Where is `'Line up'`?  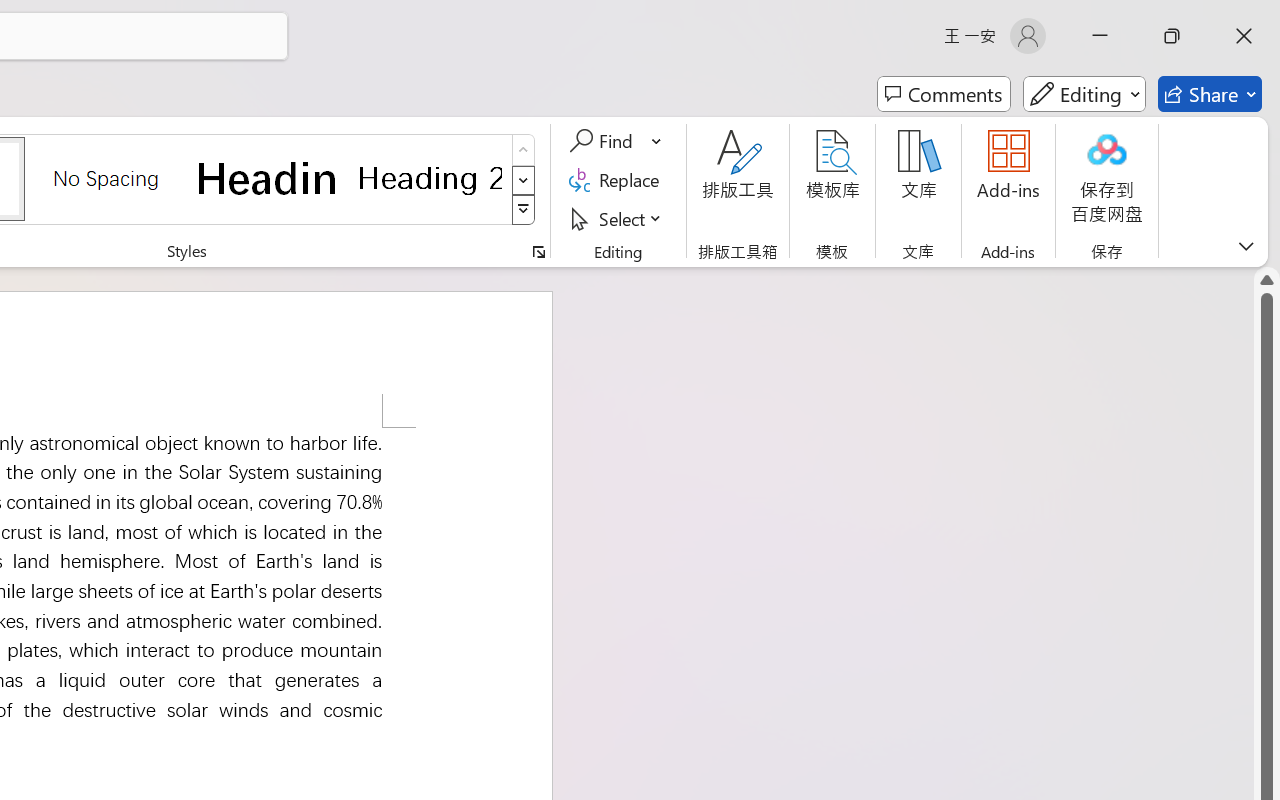 'Line up' is located at coordinates (1266, 280).